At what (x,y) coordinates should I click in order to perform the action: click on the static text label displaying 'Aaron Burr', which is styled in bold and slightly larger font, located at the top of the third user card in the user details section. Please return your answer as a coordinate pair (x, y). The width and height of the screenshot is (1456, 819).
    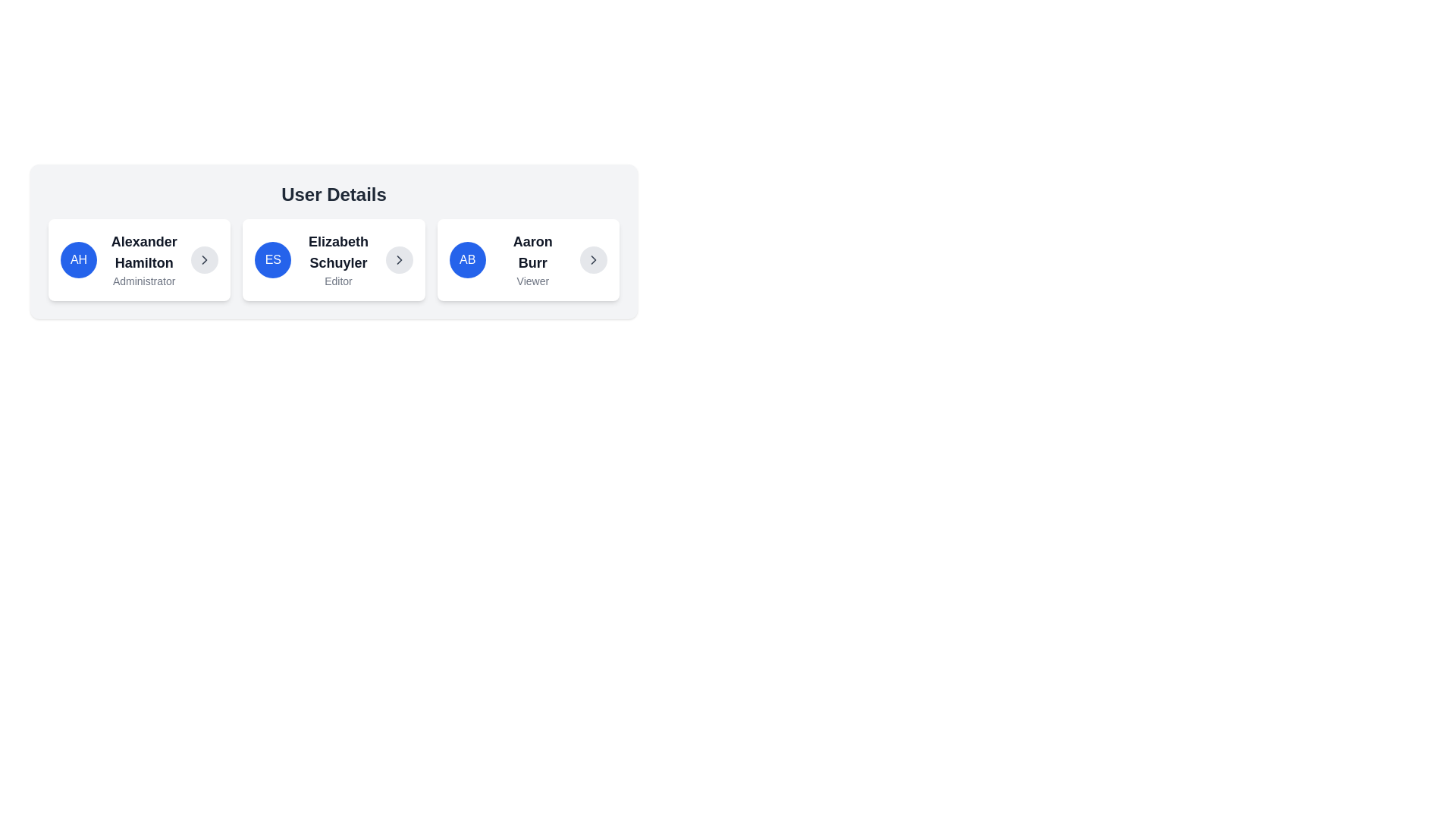
    Looking at the image, I should click on (532, 251).